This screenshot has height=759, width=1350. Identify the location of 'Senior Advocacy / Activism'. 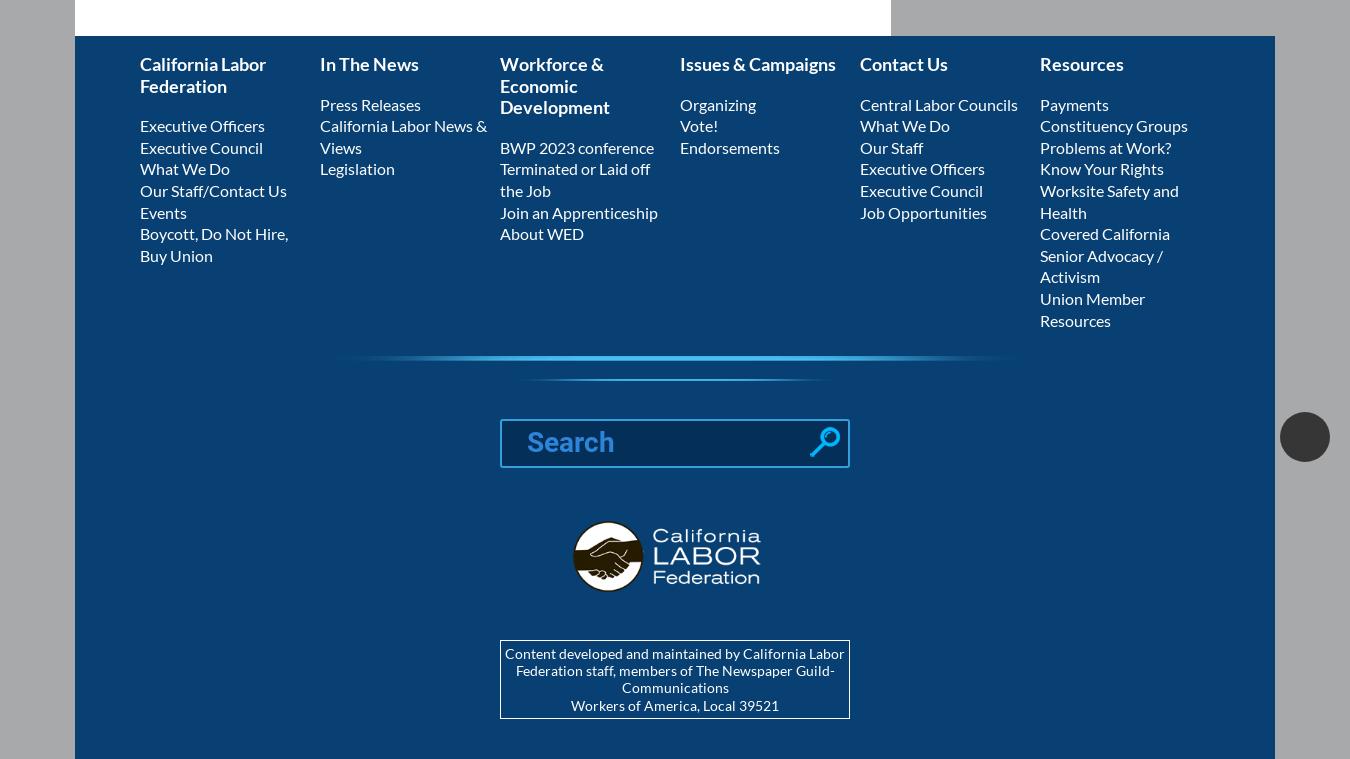
(1101, 264).